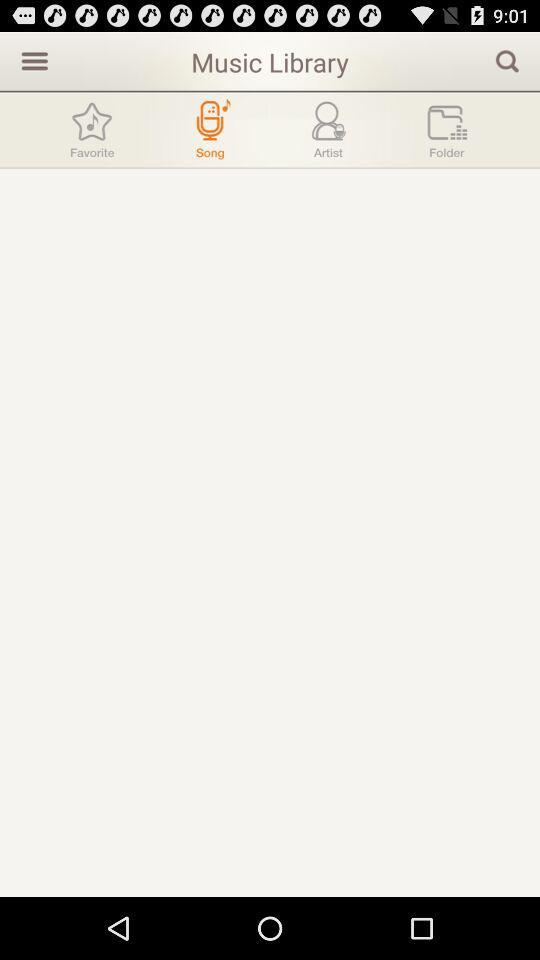  What do you see at coordinates (328, 128) in the screenshot?
I see `the item below music library` at bounding box center [328, 128].